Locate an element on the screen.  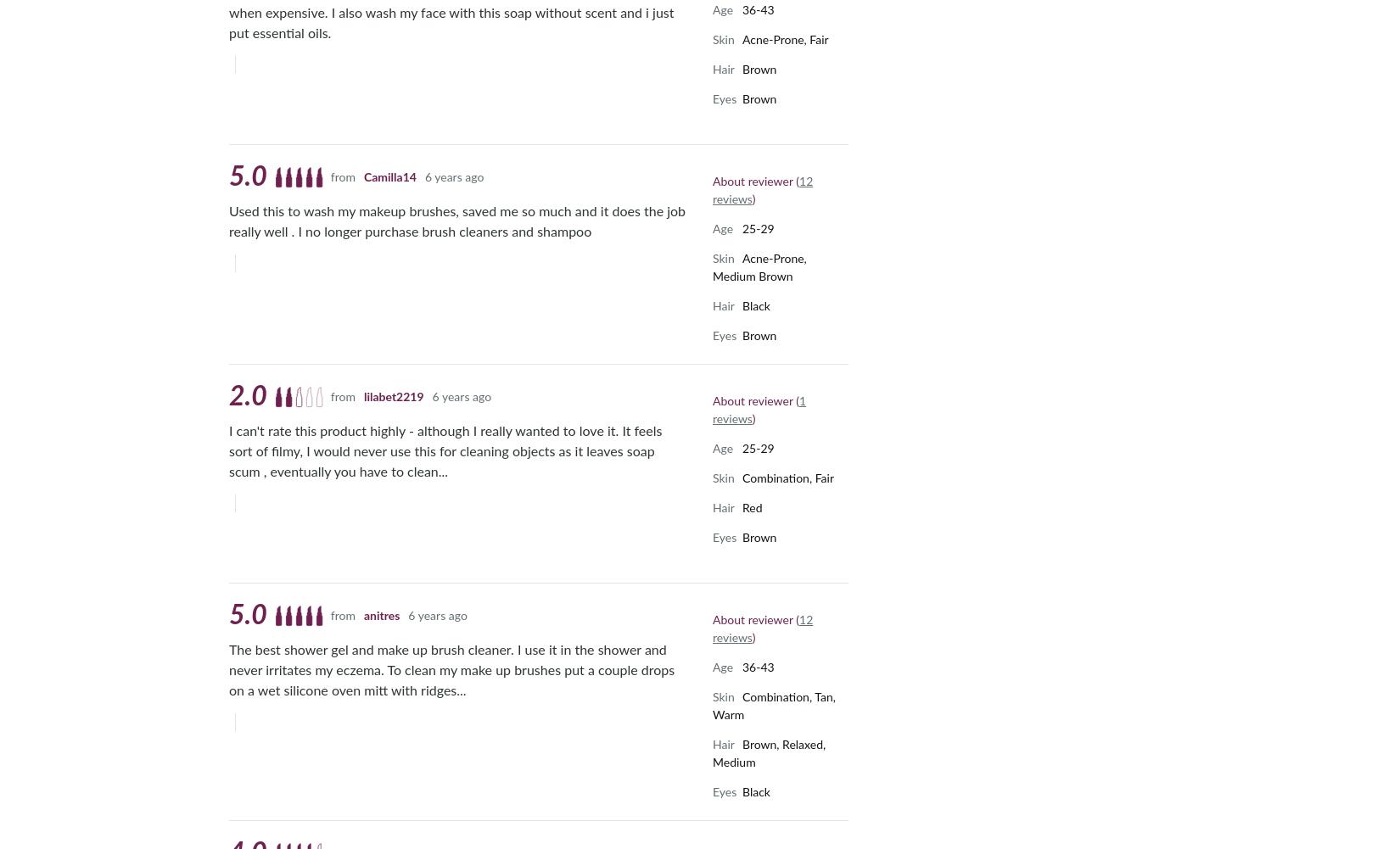
'Red' is located at coordinates (752, 507).